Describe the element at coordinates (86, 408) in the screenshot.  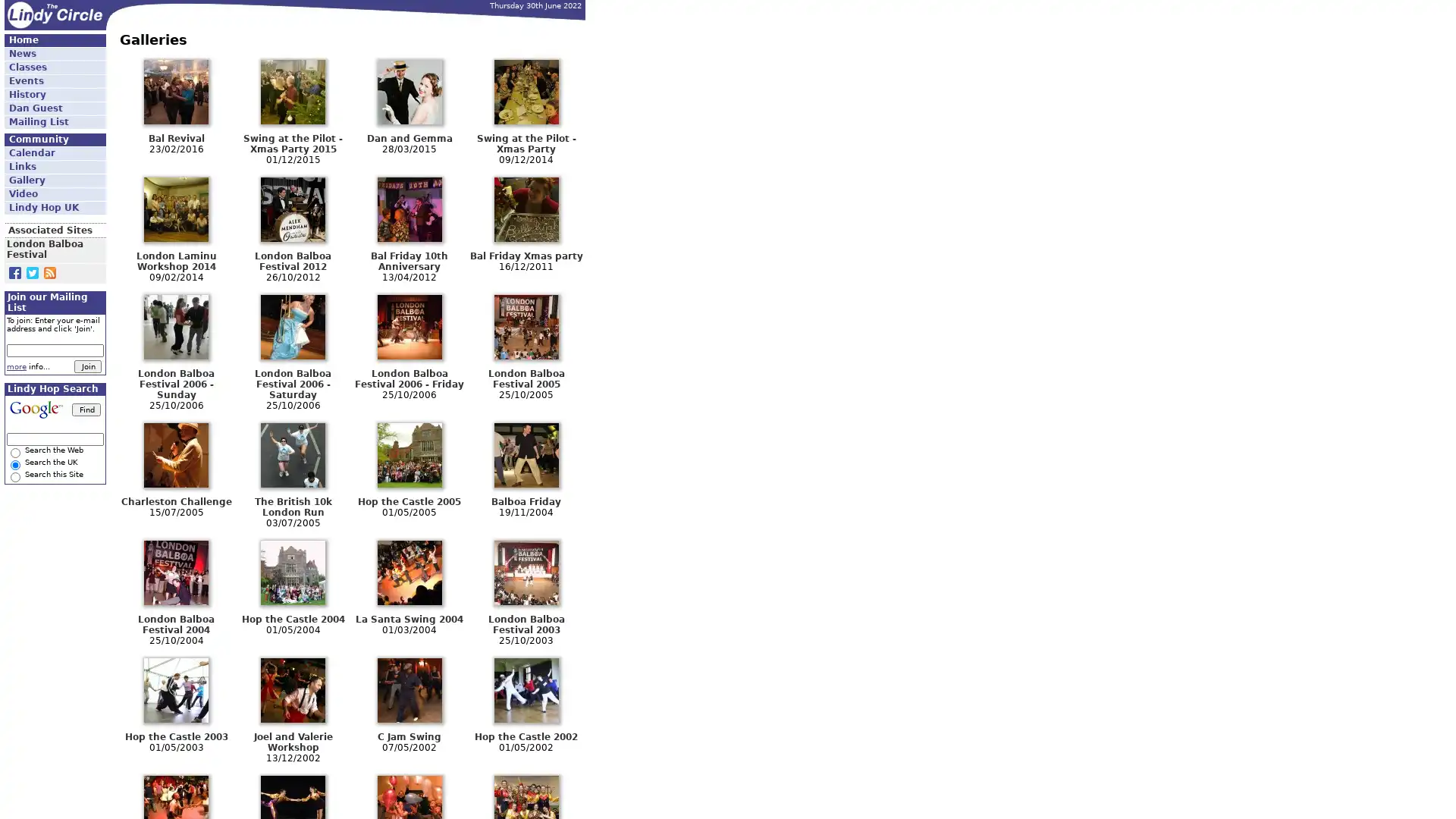
I see `Find` at that location.